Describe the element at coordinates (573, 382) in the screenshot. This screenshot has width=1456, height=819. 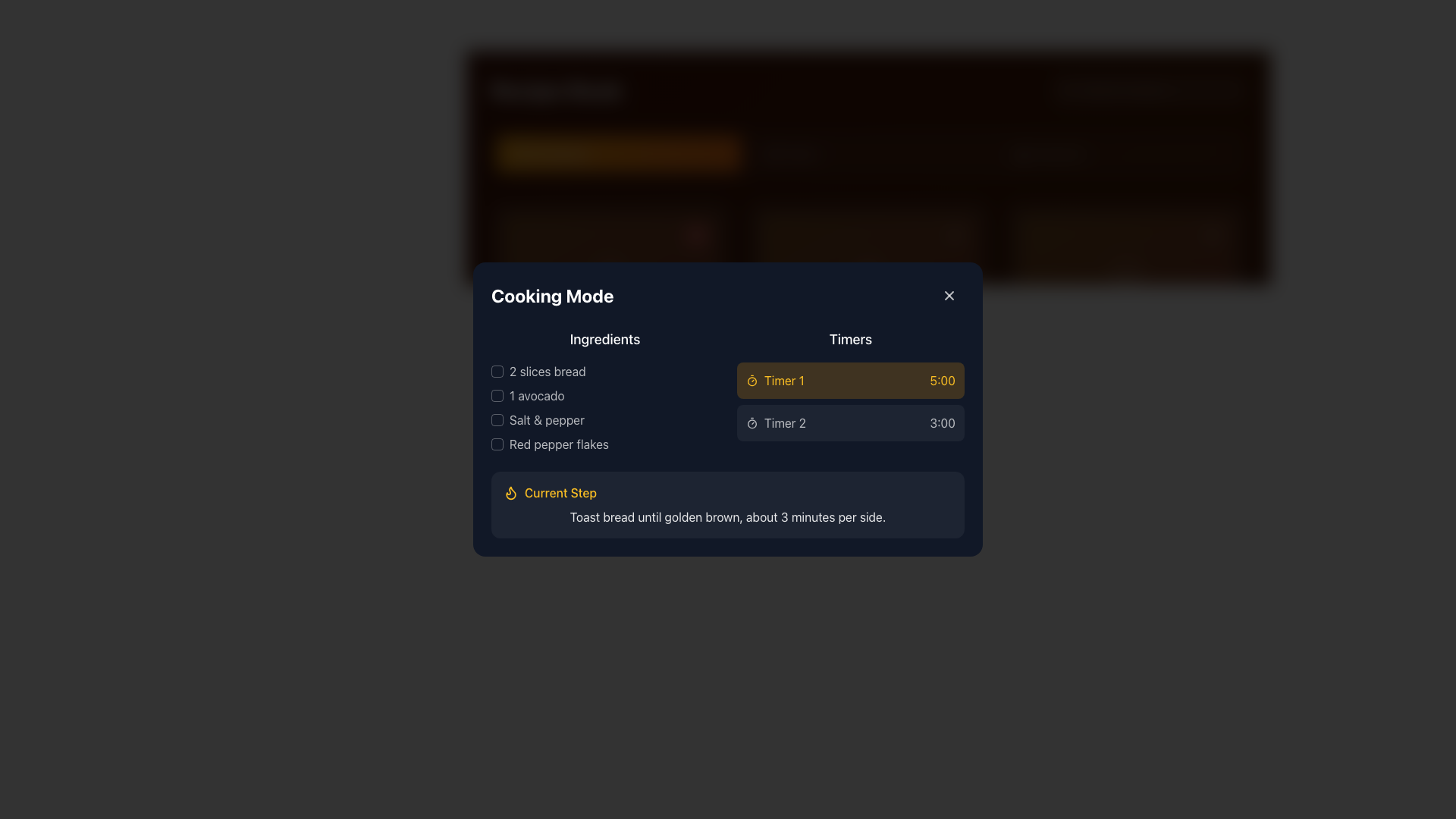
I see `the SVG graphic icon that represents a group of users, located near the number '2' within a horizontal grouping of icons and text` at that location.